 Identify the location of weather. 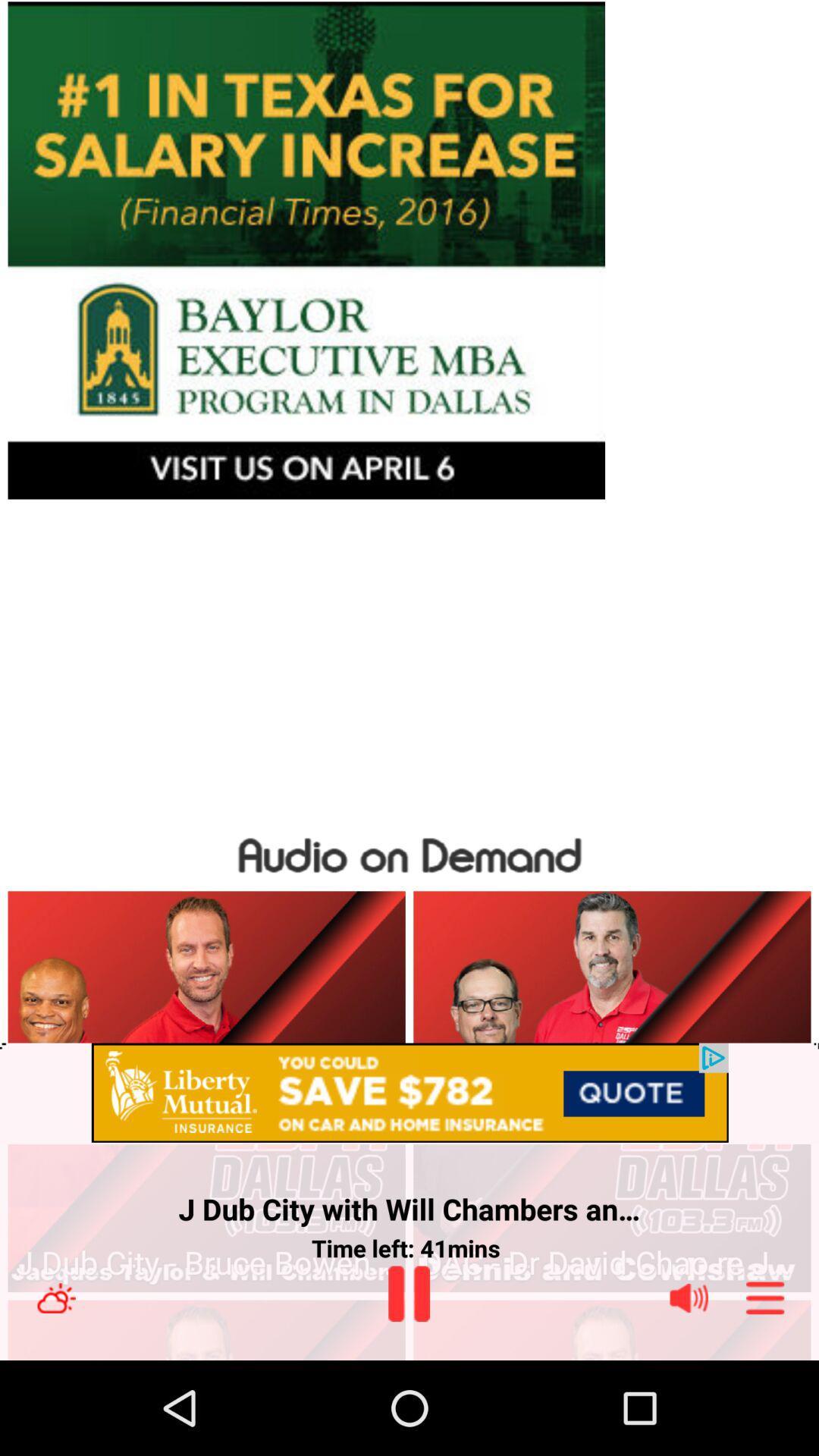
(55, 1297).